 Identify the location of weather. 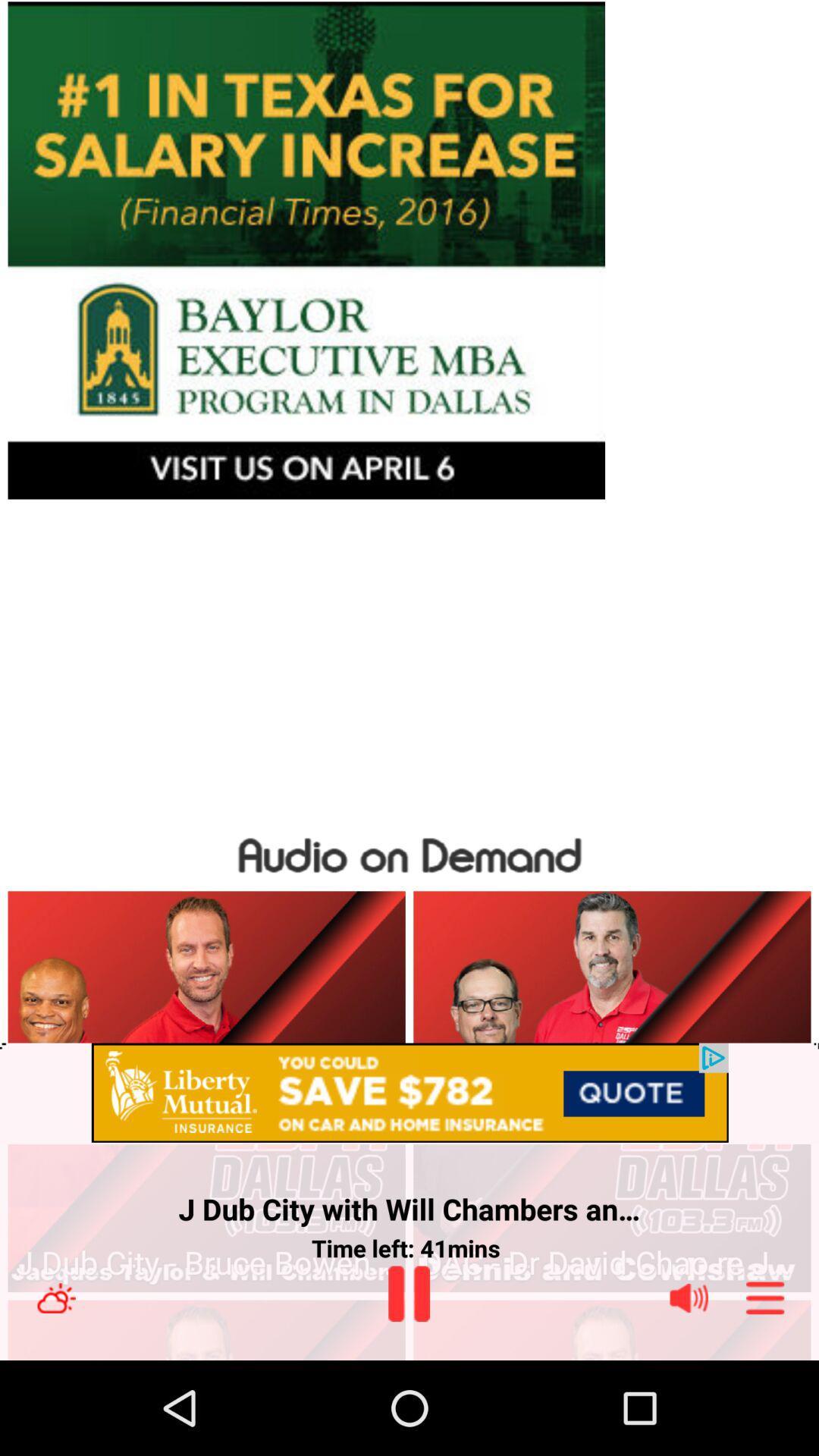
(55, 1297).